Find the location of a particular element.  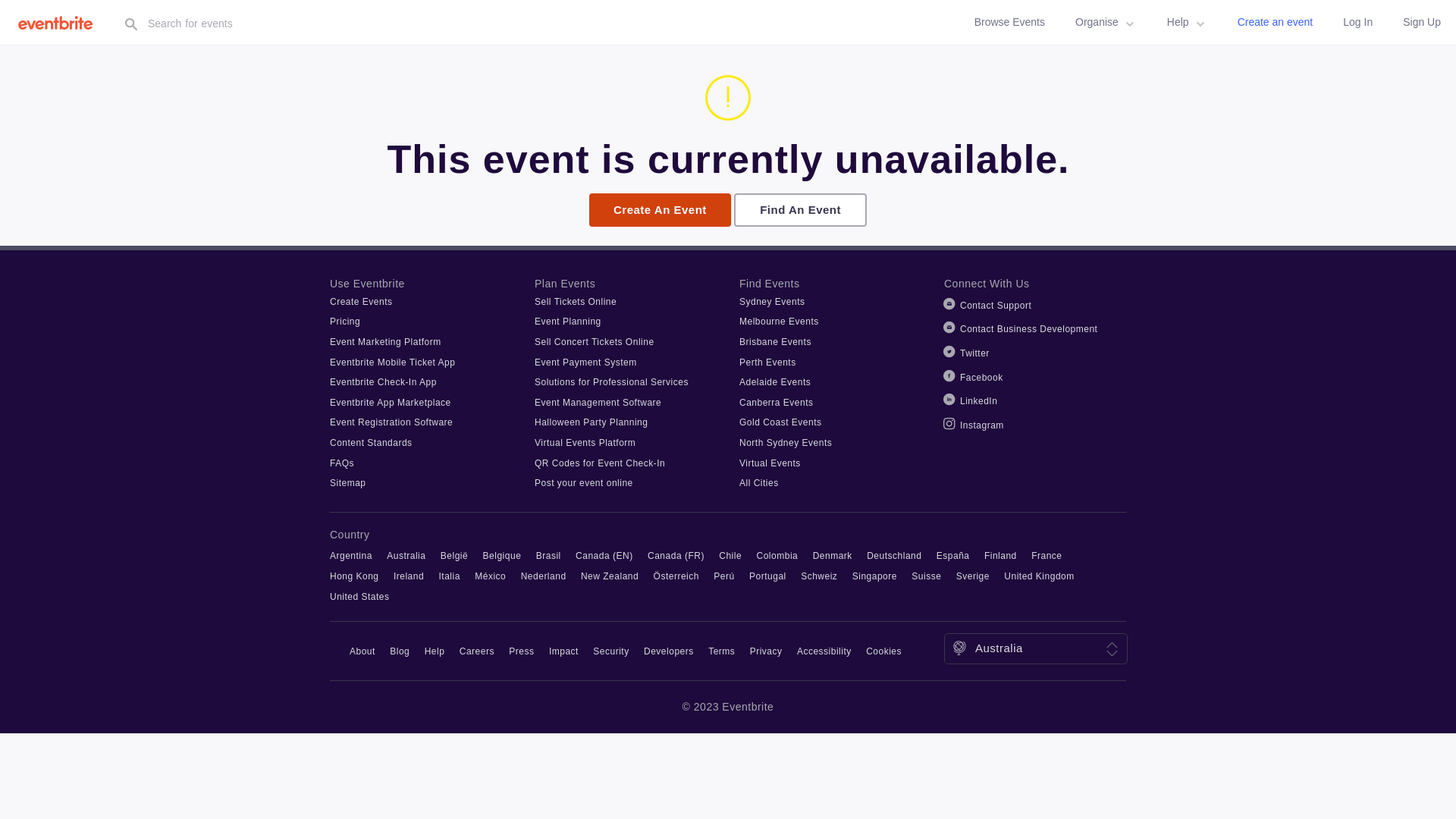

'Nederland' is located at coordinates (520, 576).